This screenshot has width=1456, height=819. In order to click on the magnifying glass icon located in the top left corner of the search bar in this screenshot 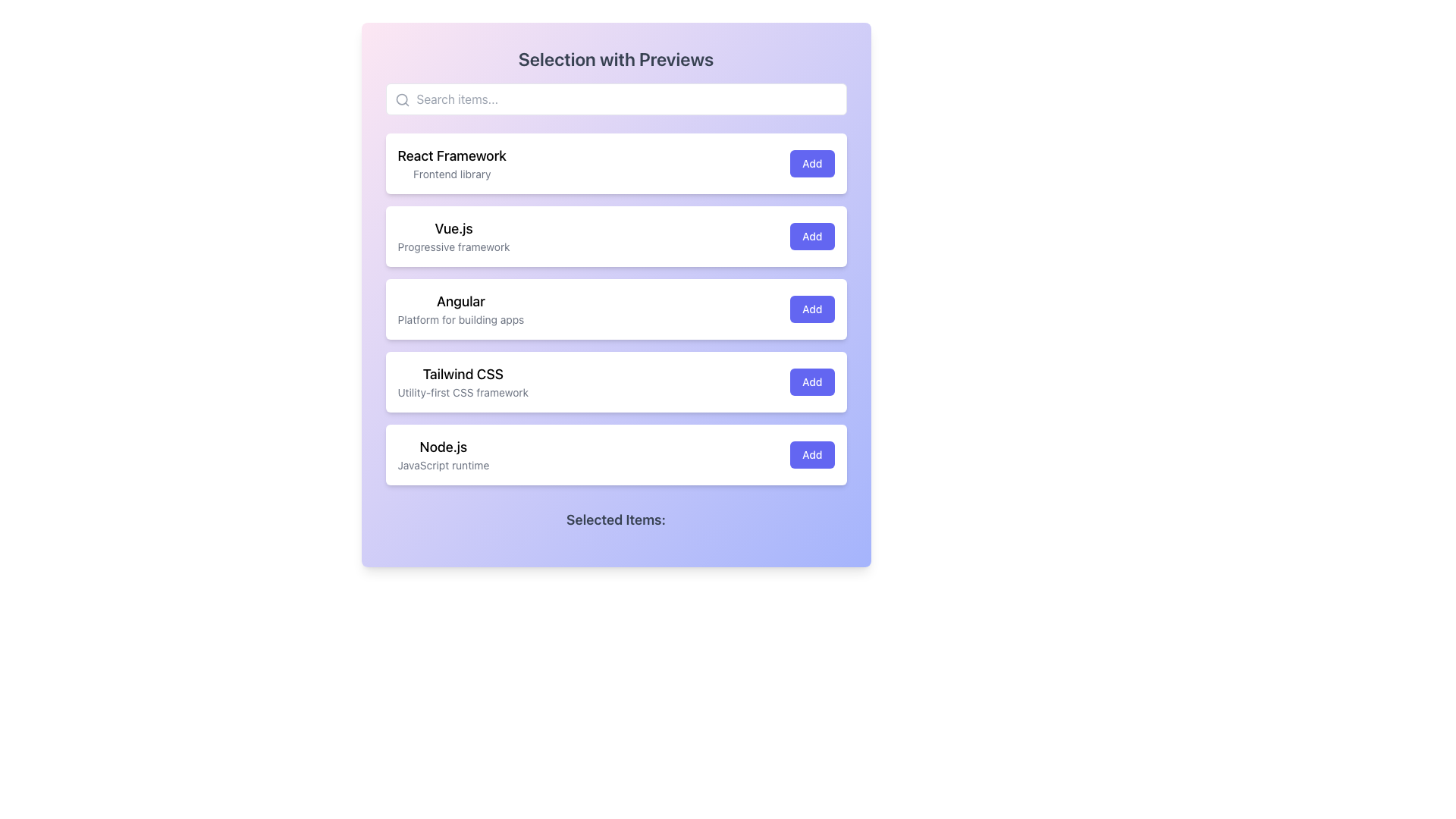, I will do `click(402, 99)`.